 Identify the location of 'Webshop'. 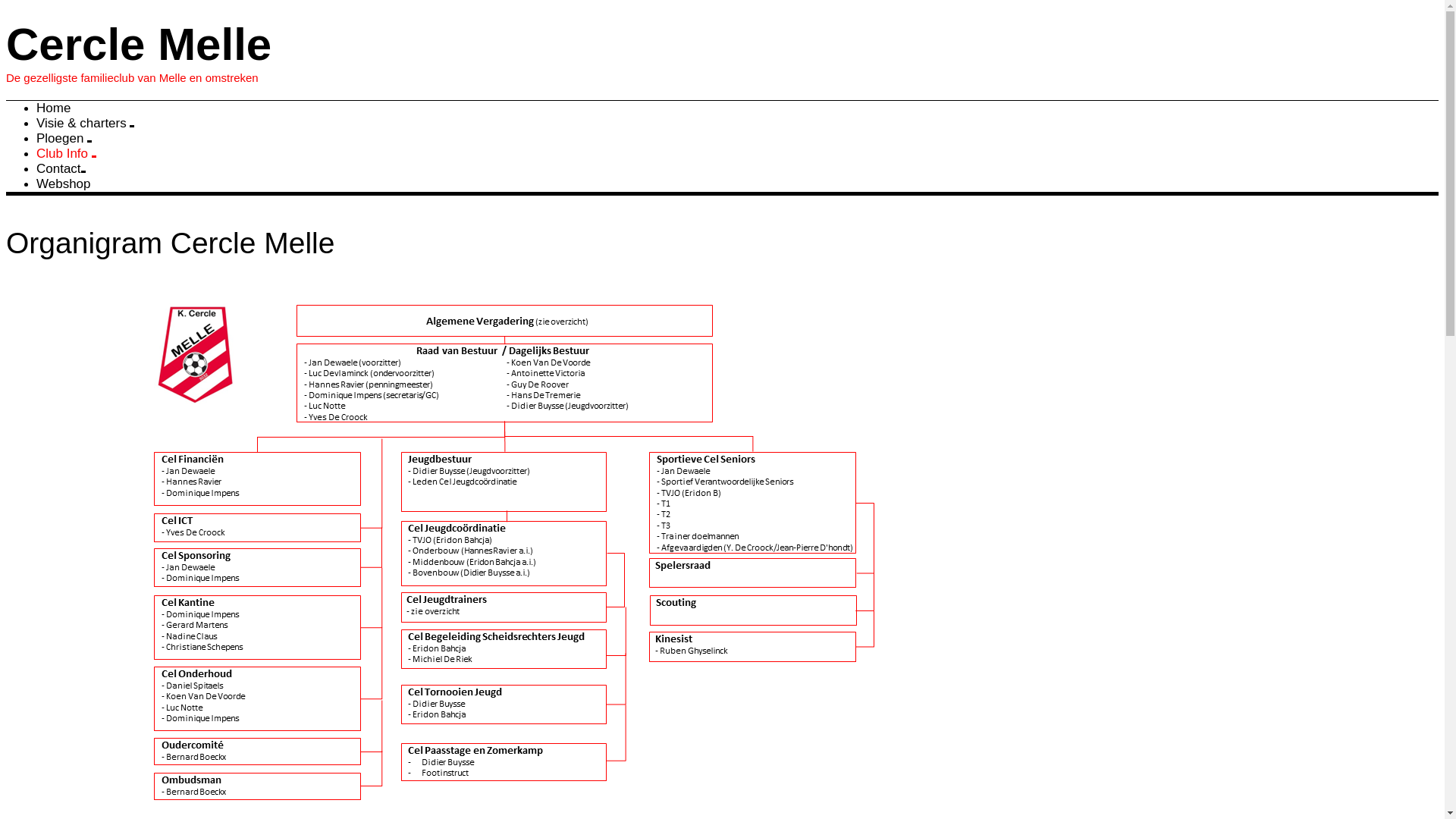
(62, 183).